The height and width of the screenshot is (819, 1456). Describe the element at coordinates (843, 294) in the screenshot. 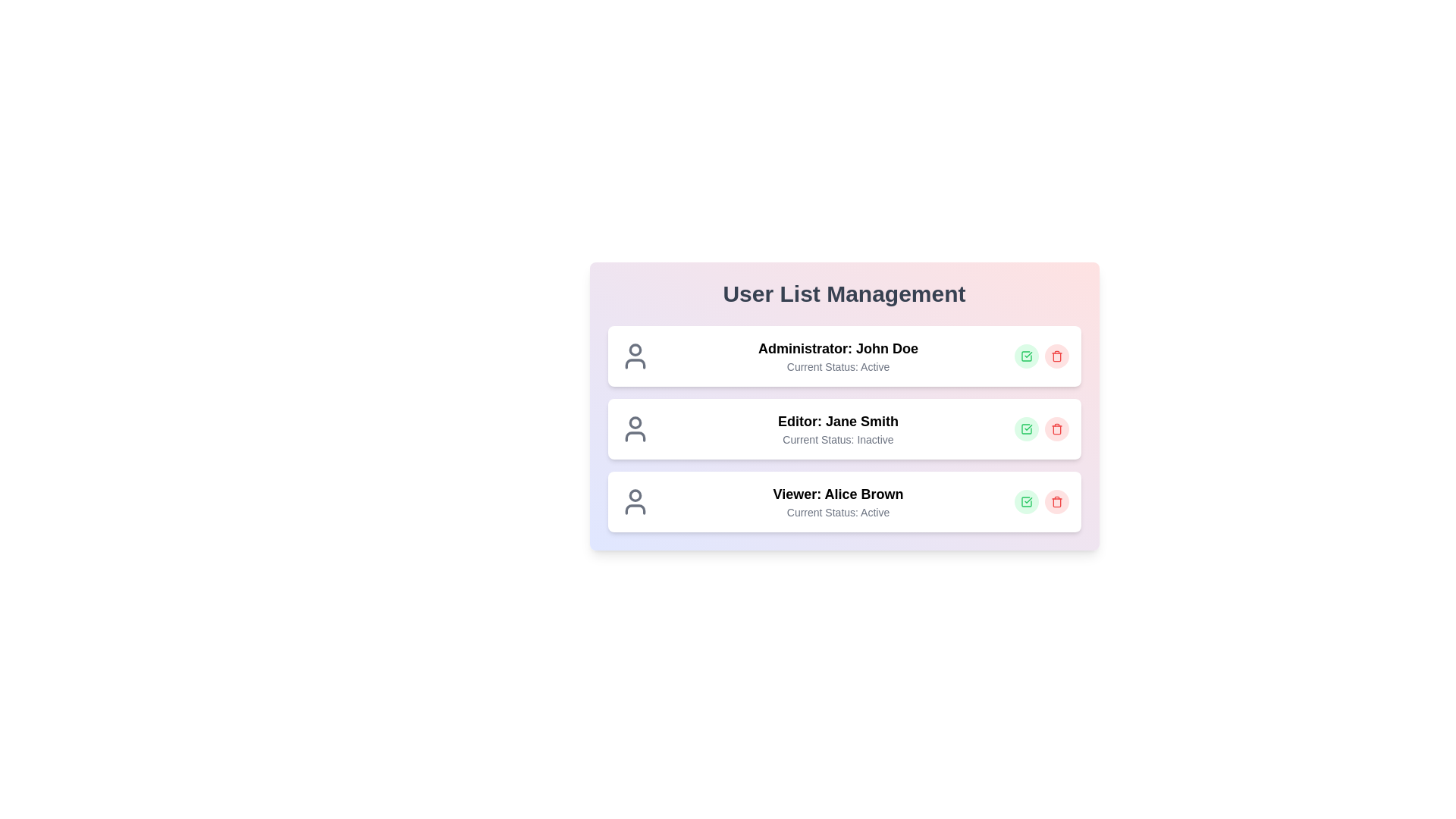

I see `the Text Header that indicates the user list management section for accessibility purposes` at that location.